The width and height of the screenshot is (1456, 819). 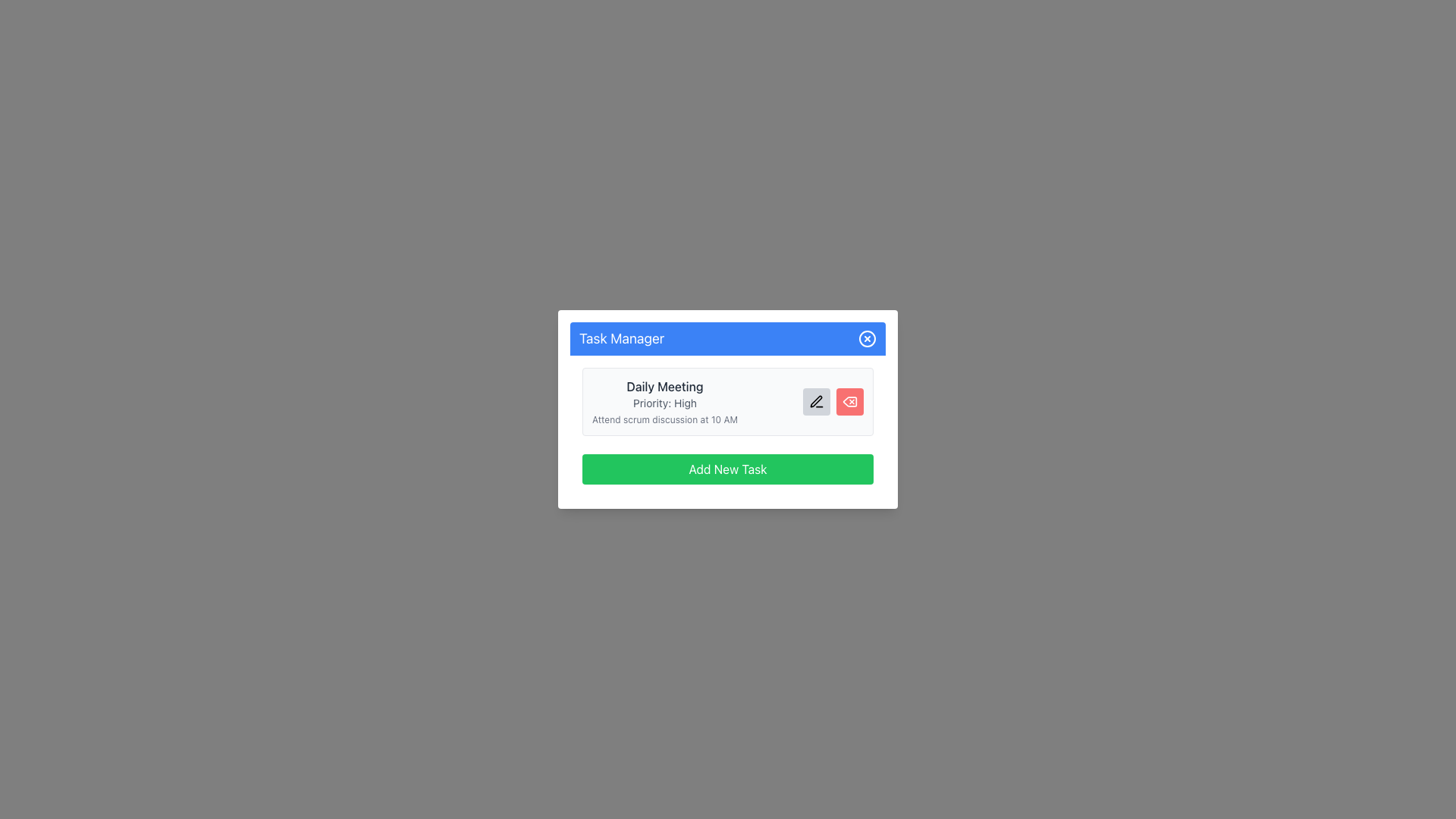 What do you see at coordinates (665, 403) in the screenshot?
I see `the text label displaying 'Priority: High' which is styled in gray and positioned below the 'Daily Meeting' heading within a card interface` at bounding box center [665, 403].